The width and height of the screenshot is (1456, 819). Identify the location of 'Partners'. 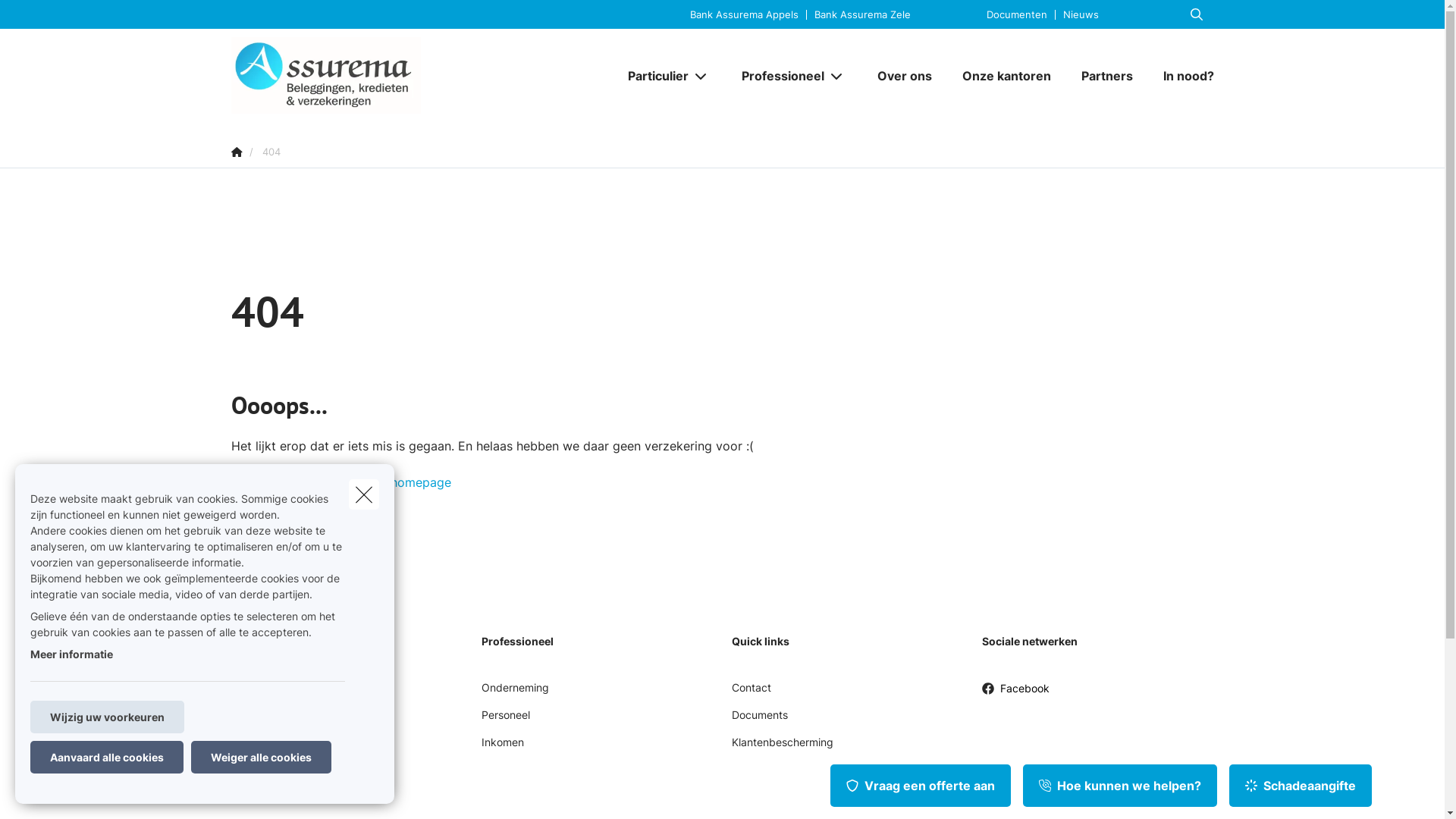
(1106, 76).